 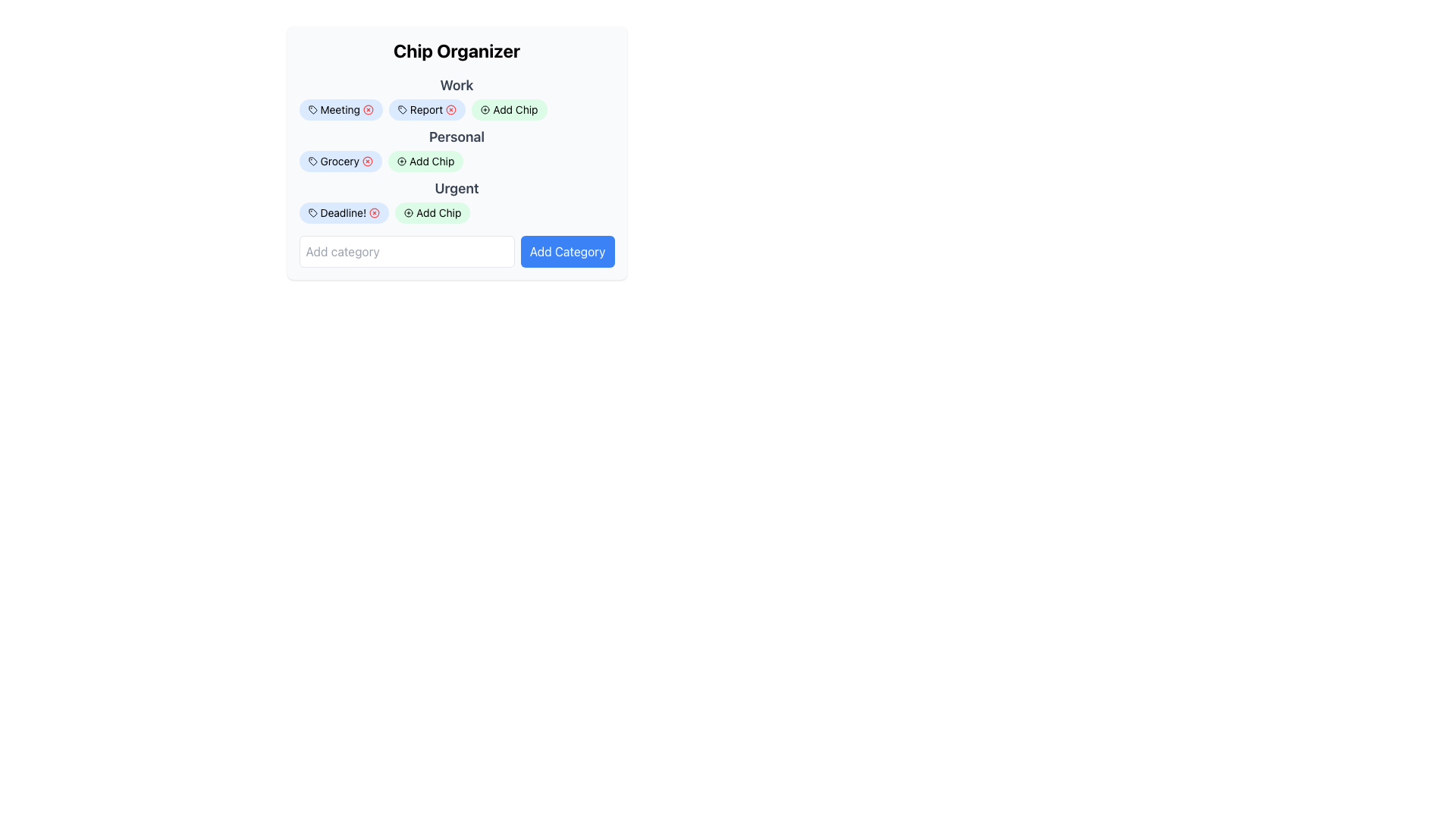 I want to click on the 'Grocery' tag-like UI component with a light blue background, located in the 'Personal' section of the 'Chip Organizer' interface, so click(x=340, y=161).